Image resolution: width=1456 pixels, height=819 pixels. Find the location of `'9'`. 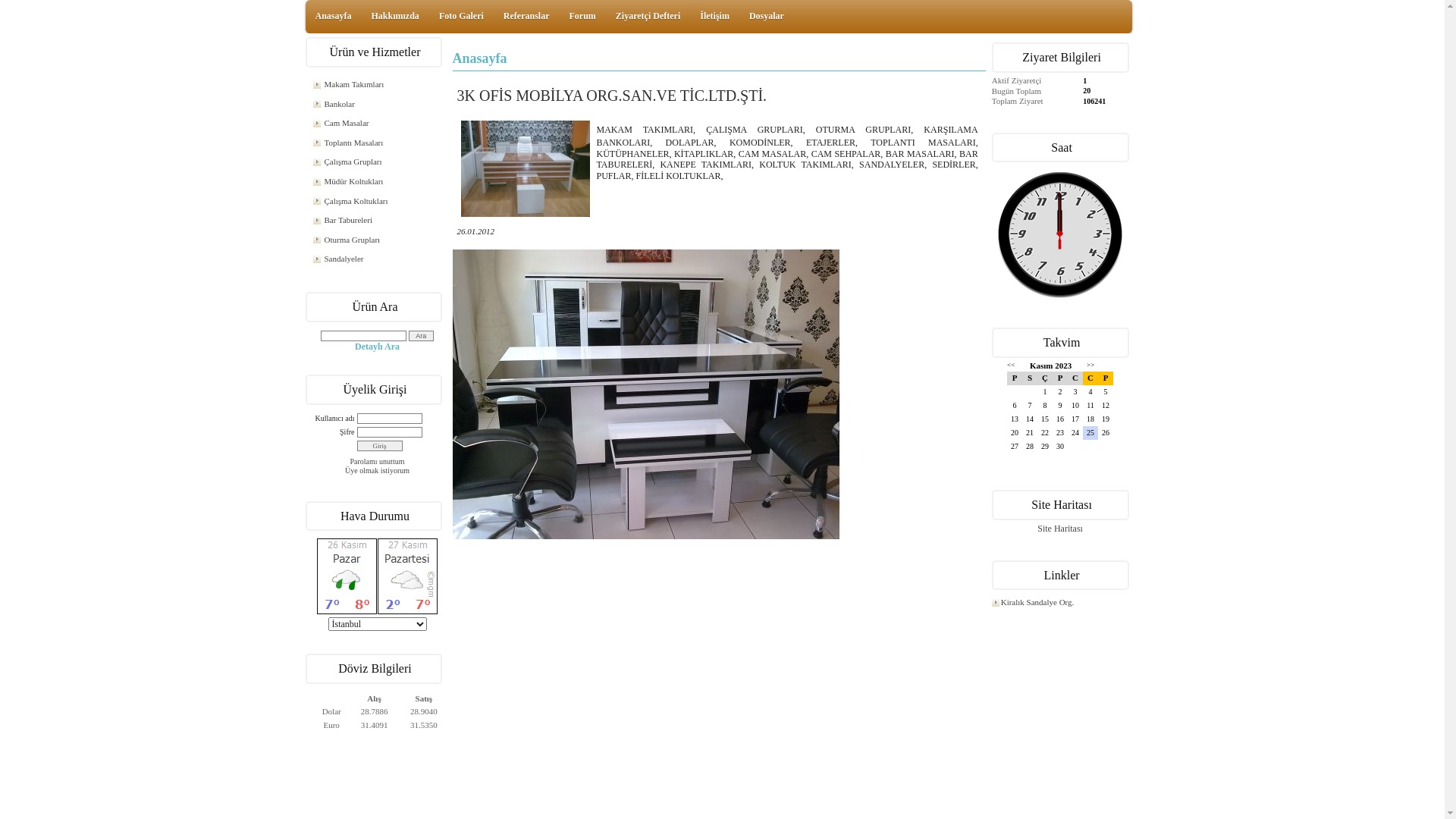

'9' is located at coordinates (1051, 405).